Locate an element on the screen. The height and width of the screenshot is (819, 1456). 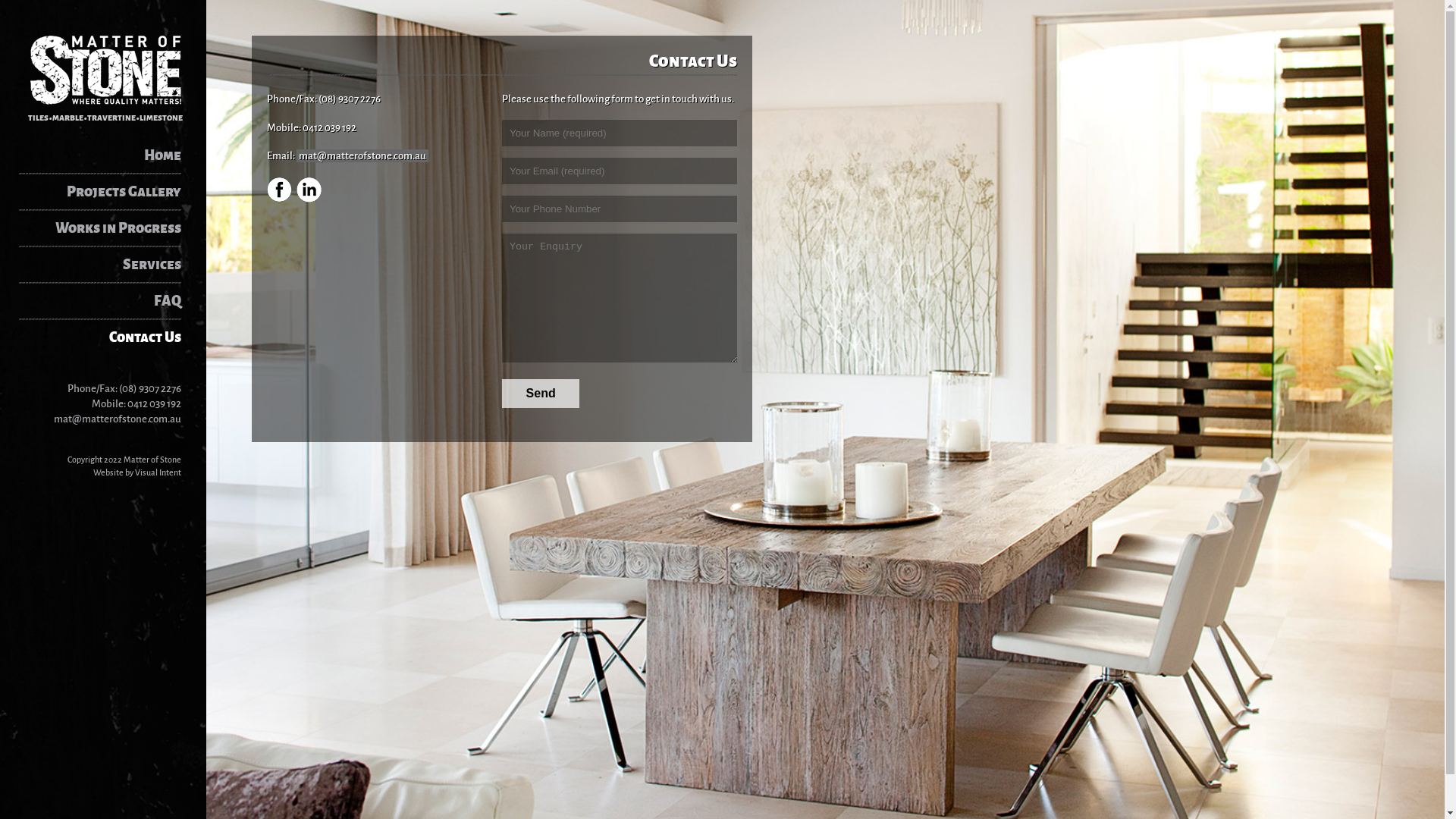
'Send' is located at coordinates (541, 393).